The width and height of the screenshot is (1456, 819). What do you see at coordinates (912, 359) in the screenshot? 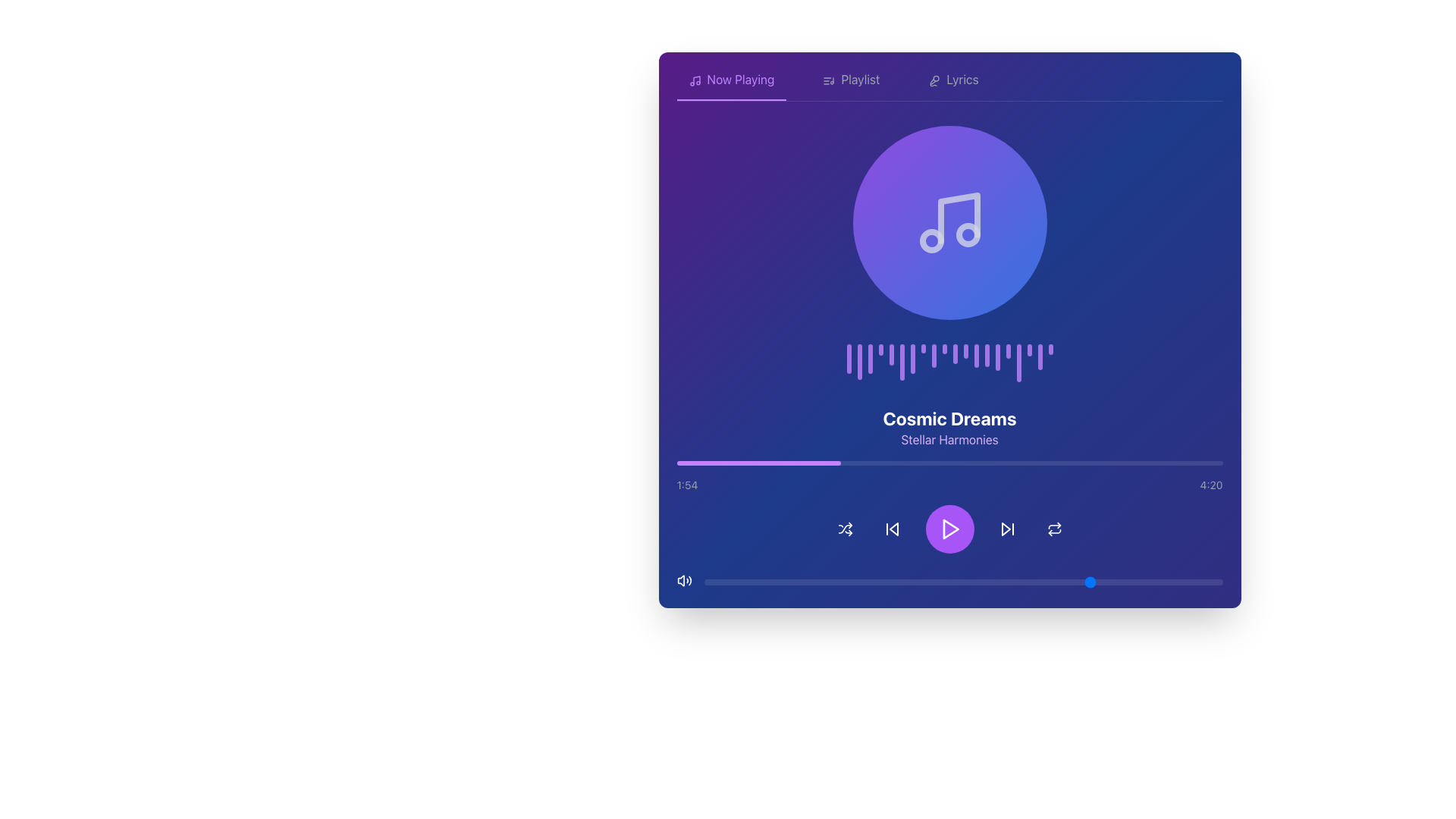
I see `the seventh vertical purple gradient progress bar in the music interface` at bounding box center [912, 359].